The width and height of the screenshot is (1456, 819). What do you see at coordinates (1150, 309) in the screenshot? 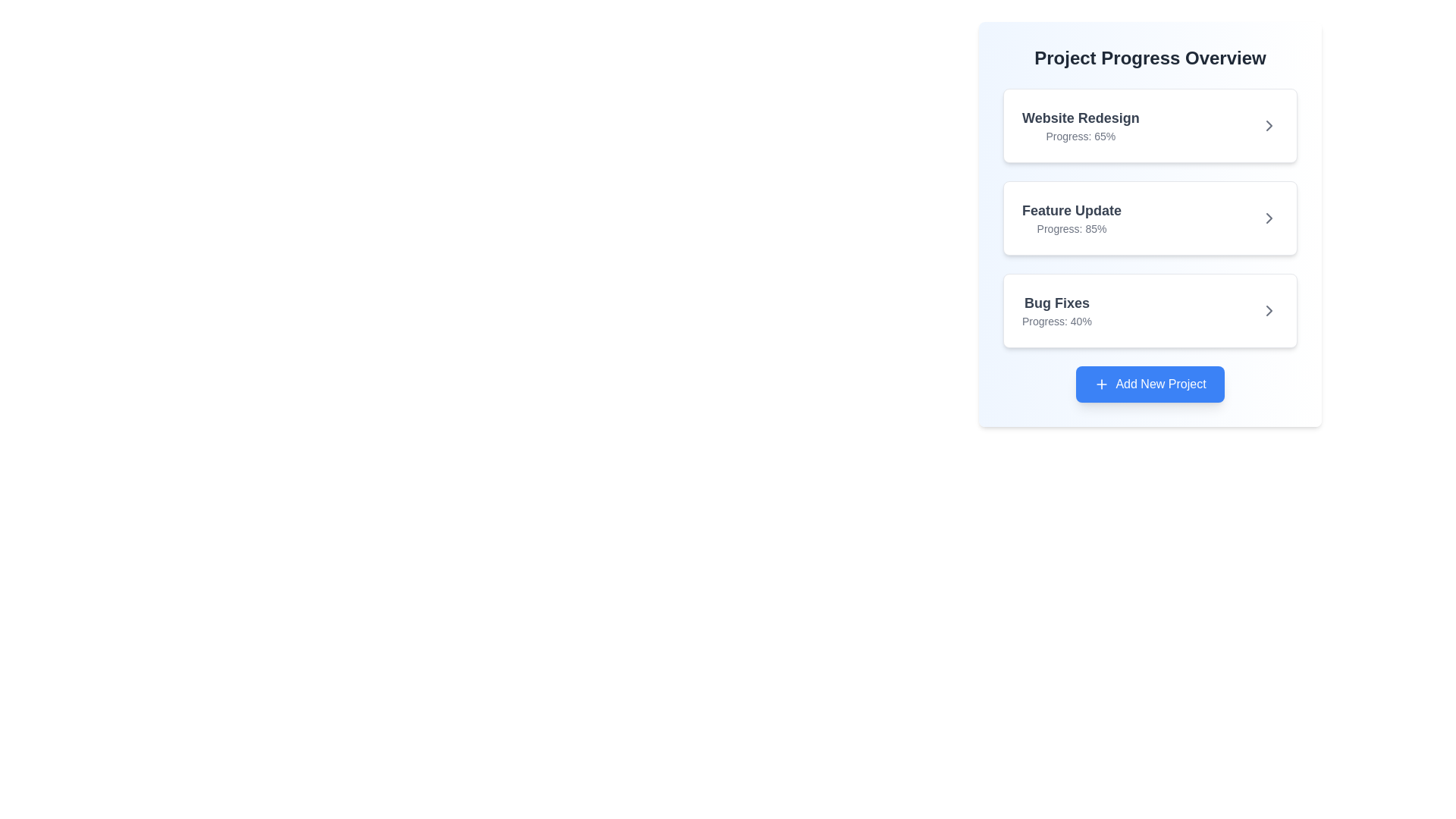
I see `the third entry` at bounding box center [1150, 309].